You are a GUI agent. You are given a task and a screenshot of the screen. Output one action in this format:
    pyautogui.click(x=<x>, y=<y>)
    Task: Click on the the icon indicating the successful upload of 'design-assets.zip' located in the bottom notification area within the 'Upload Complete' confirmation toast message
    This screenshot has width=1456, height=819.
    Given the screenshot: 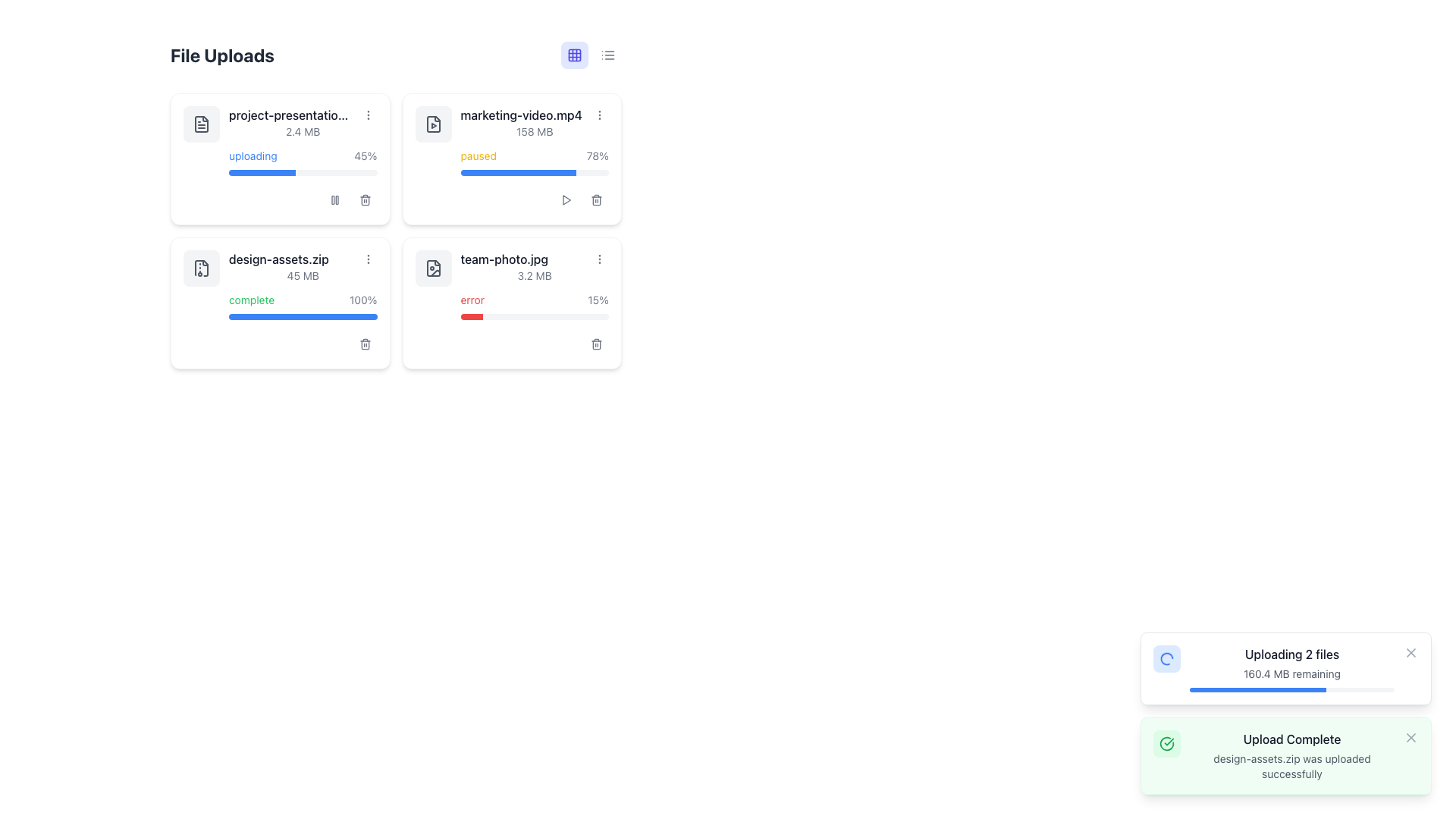 What is the action you would take?
    pyautogui.click(x=1166, y=742)
    